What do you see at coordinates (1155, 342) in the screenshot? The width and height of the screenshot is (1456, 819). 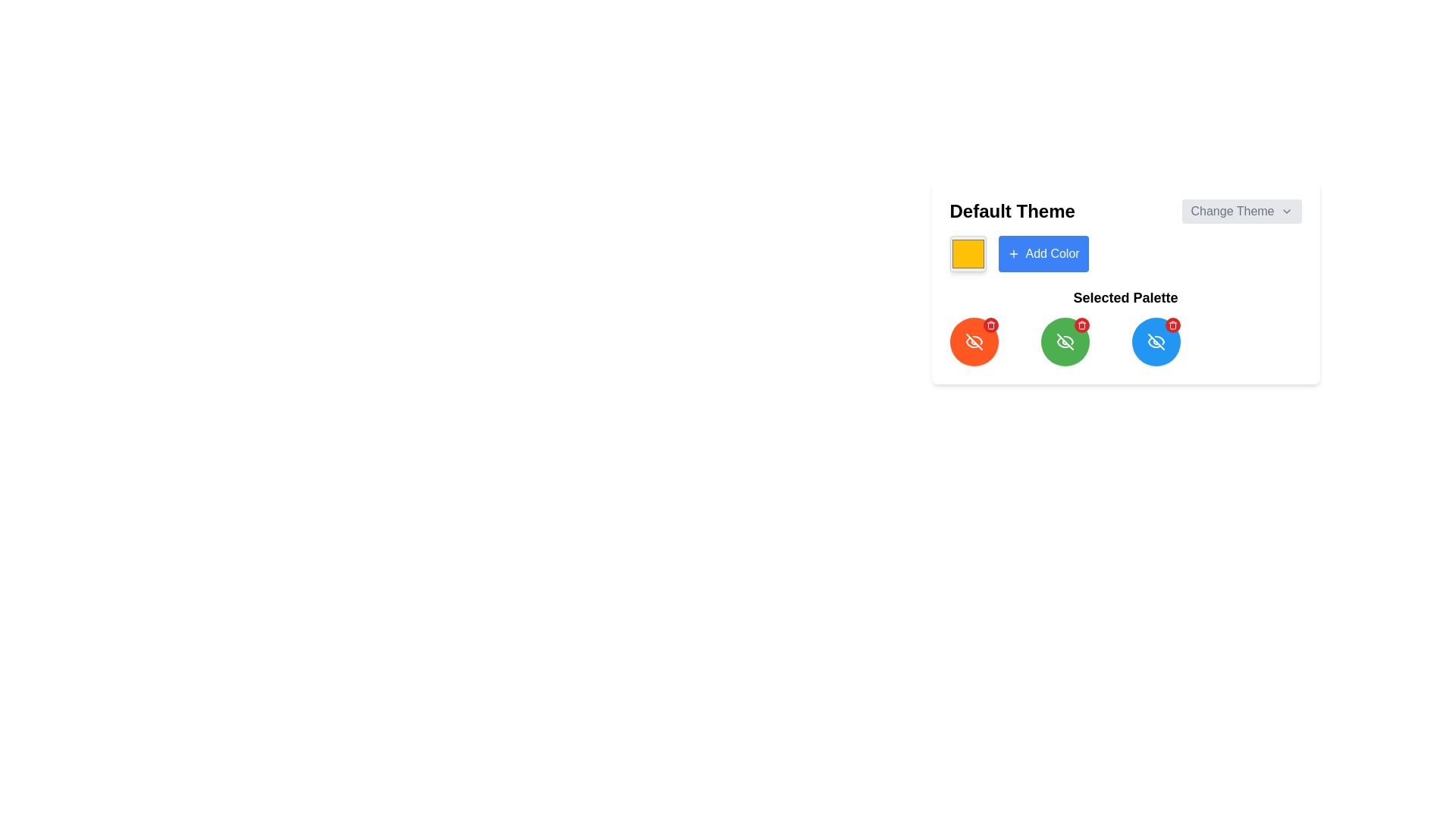 I see `the circular button with a blue background featuring an eye crossed out icon and a red trash bin icon` at bounding box center [1155, 342].